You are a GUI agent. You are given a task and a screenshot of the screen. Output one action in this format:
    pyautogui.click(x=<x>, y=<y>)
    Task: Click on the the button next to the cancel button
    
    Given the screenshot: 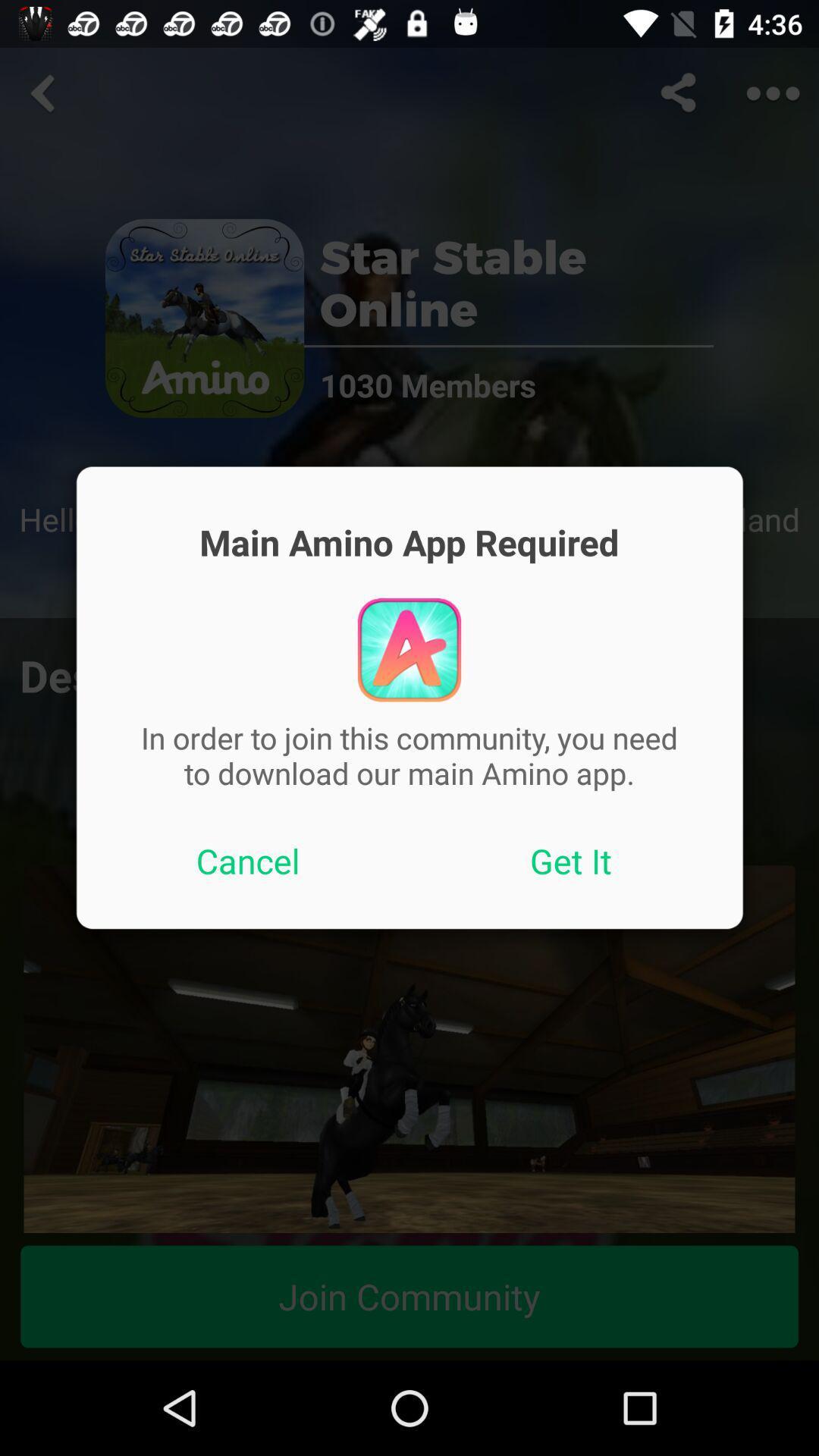 What is the action you would take?
    pyautogui.click(x=571, y=861)
    